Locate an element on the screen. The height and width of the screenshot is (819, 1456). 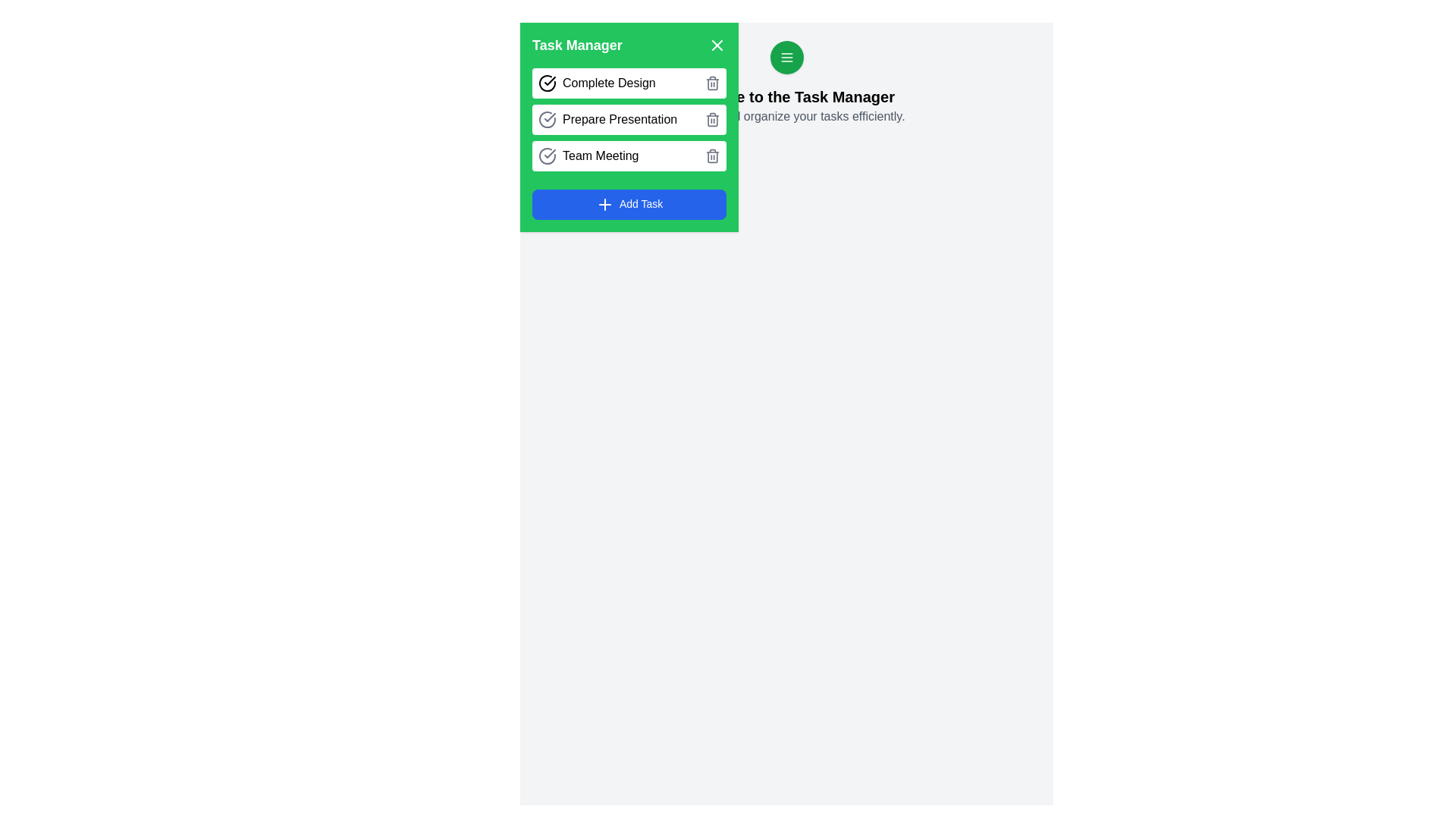
'Add Task' button to initiate adding a new task is located at coordinates (629, 205).